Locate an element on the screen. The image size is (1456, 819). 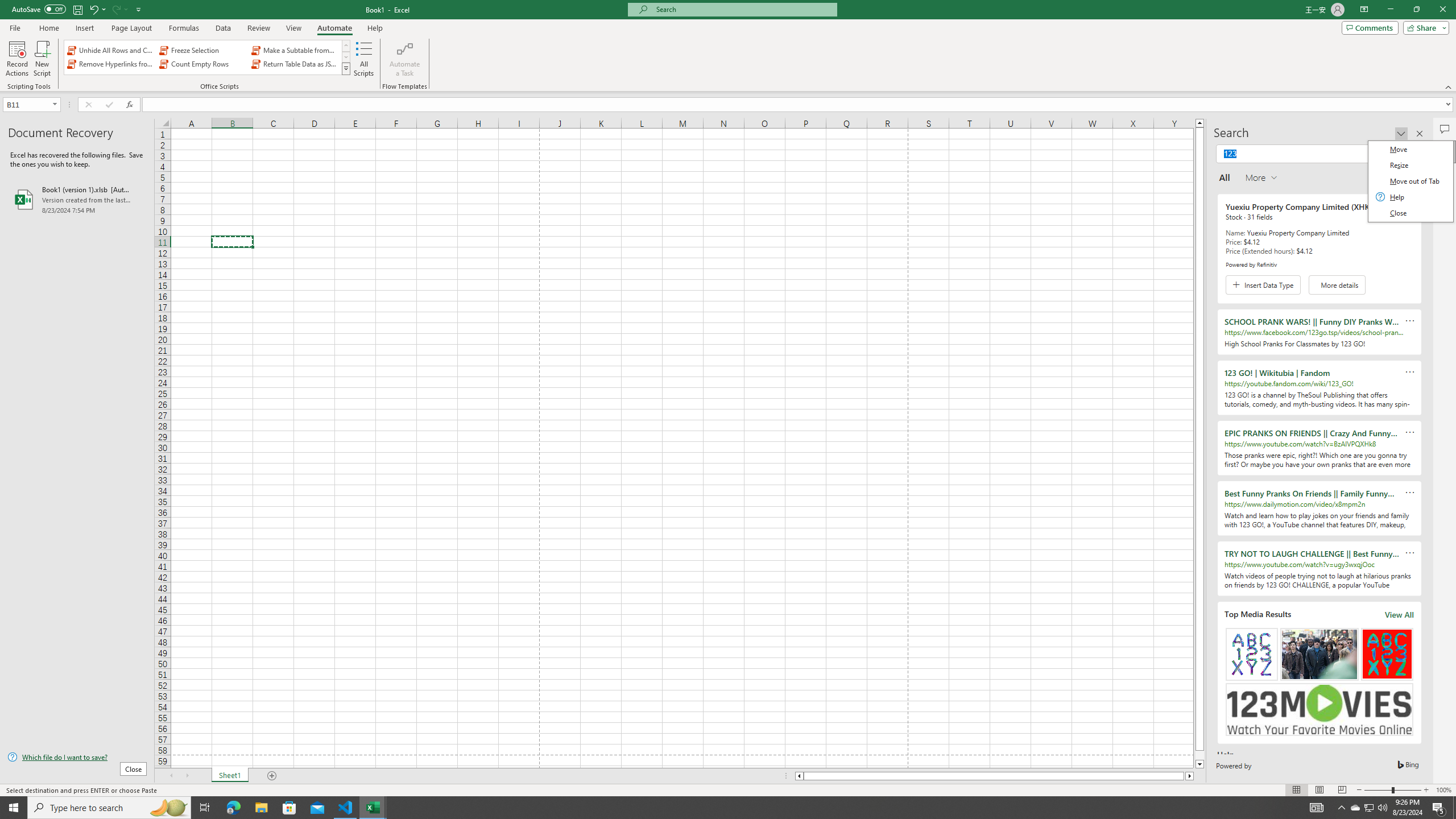
'File Explorer' is located at coordinates (260, 806).